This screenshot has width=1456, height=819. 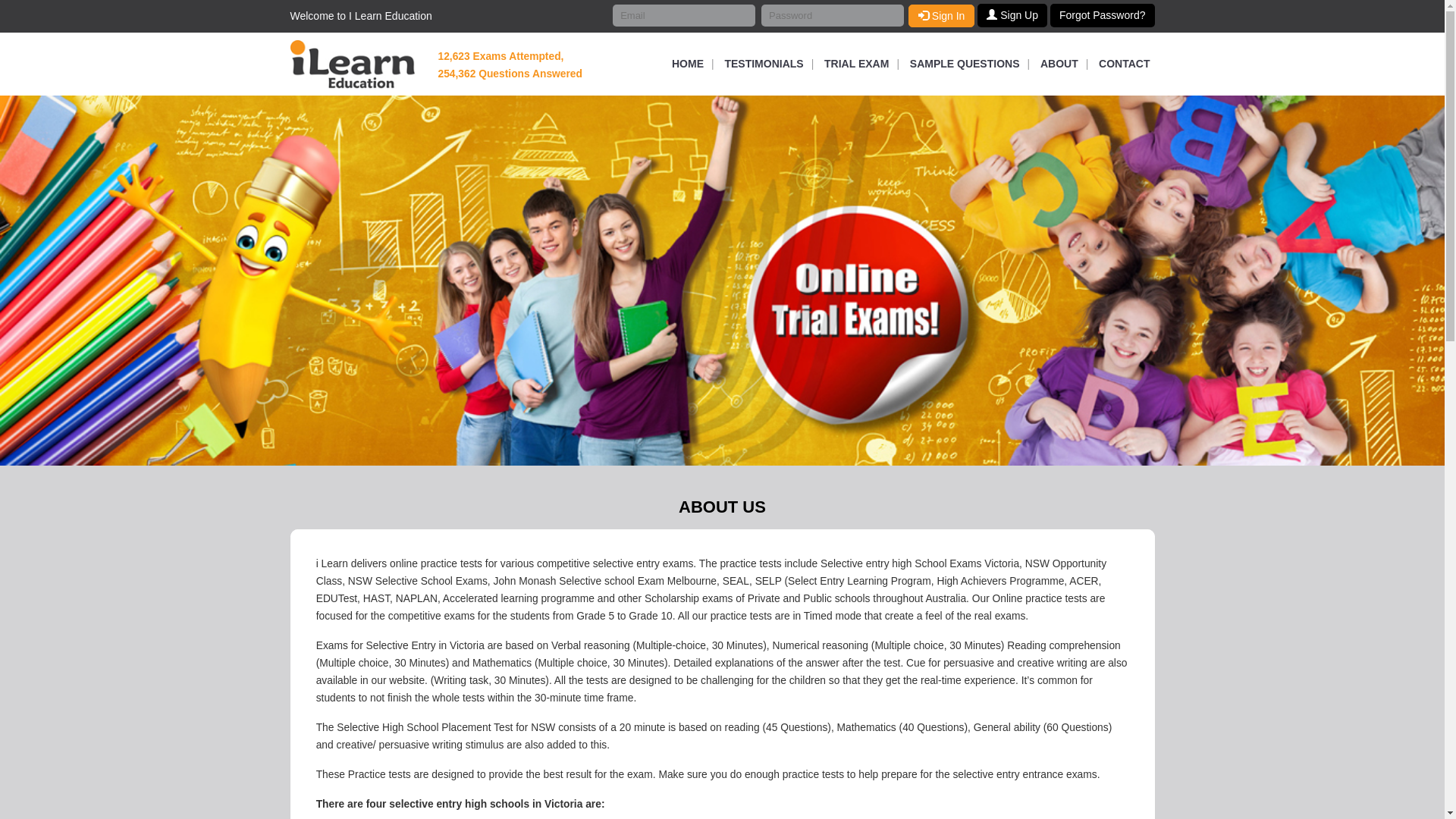 I want to click on 'CONTACT', so click(x=1120, y=63).